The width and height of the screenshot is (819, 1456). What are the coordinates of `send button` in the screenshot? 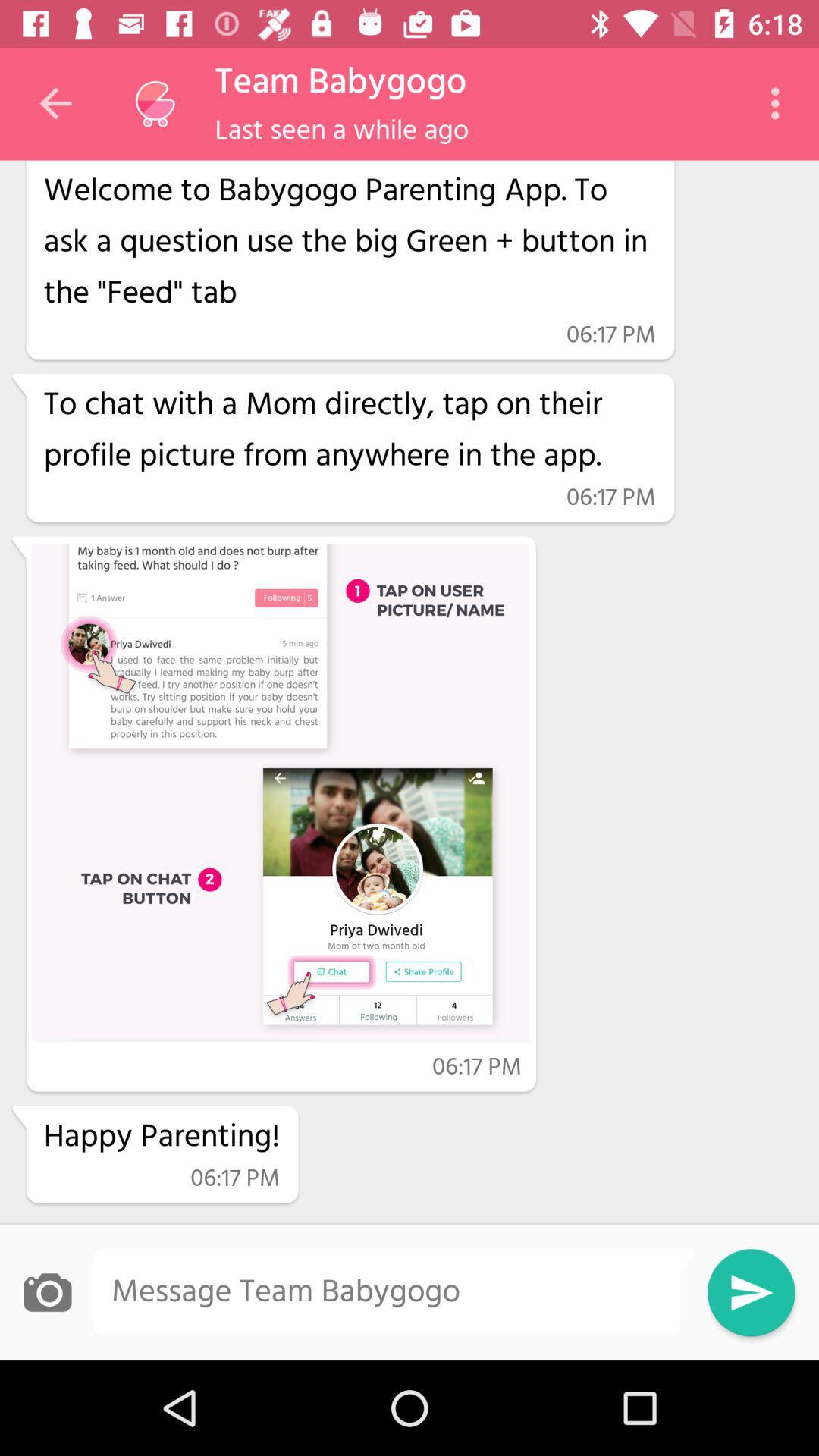 It's located at (751, 1291).